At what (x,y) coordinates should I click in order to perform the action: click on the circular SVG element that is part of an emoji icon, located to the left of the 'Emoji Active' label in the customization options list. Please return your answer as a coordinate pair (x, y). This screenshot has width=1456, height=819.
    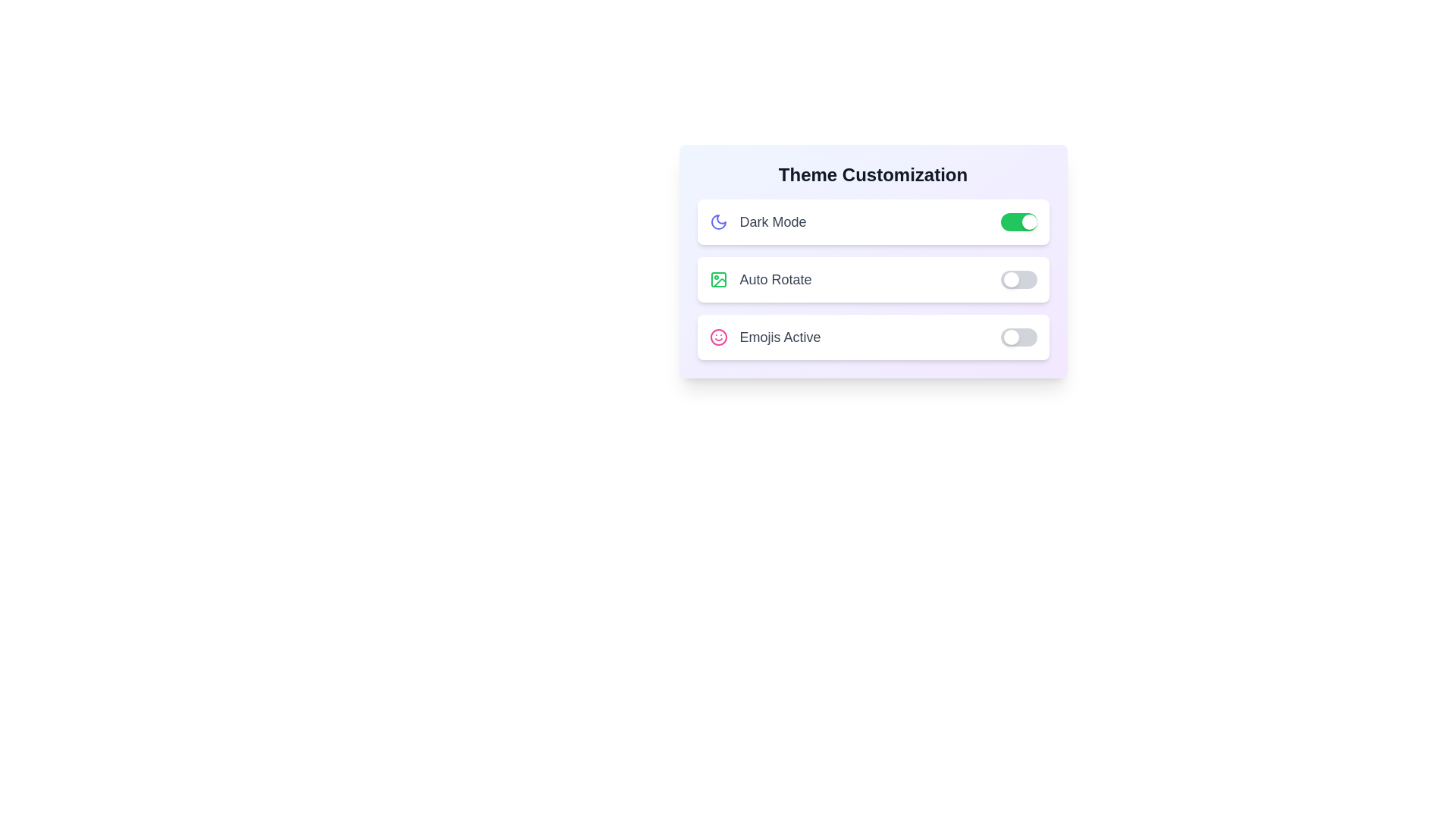
    Looking at the image, I should click on (717, 336).